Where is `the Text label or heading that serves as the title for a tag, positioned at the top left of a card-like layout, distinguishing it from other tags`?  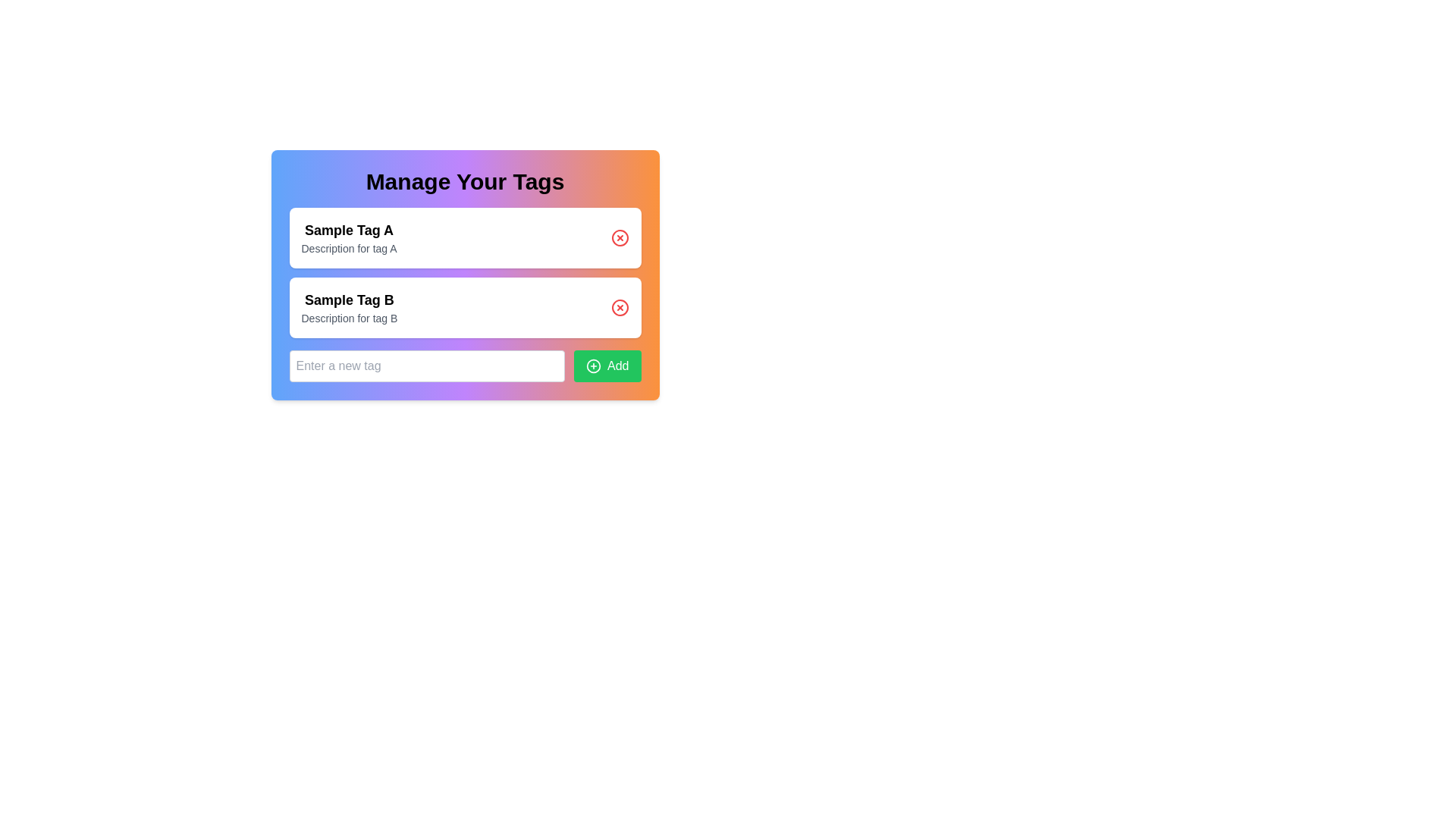 the Text label or heading that serves as the title for a tag, positioned at the top left of a card-like layout, distinguishing it from other tags is located at coordinates (348, 231).